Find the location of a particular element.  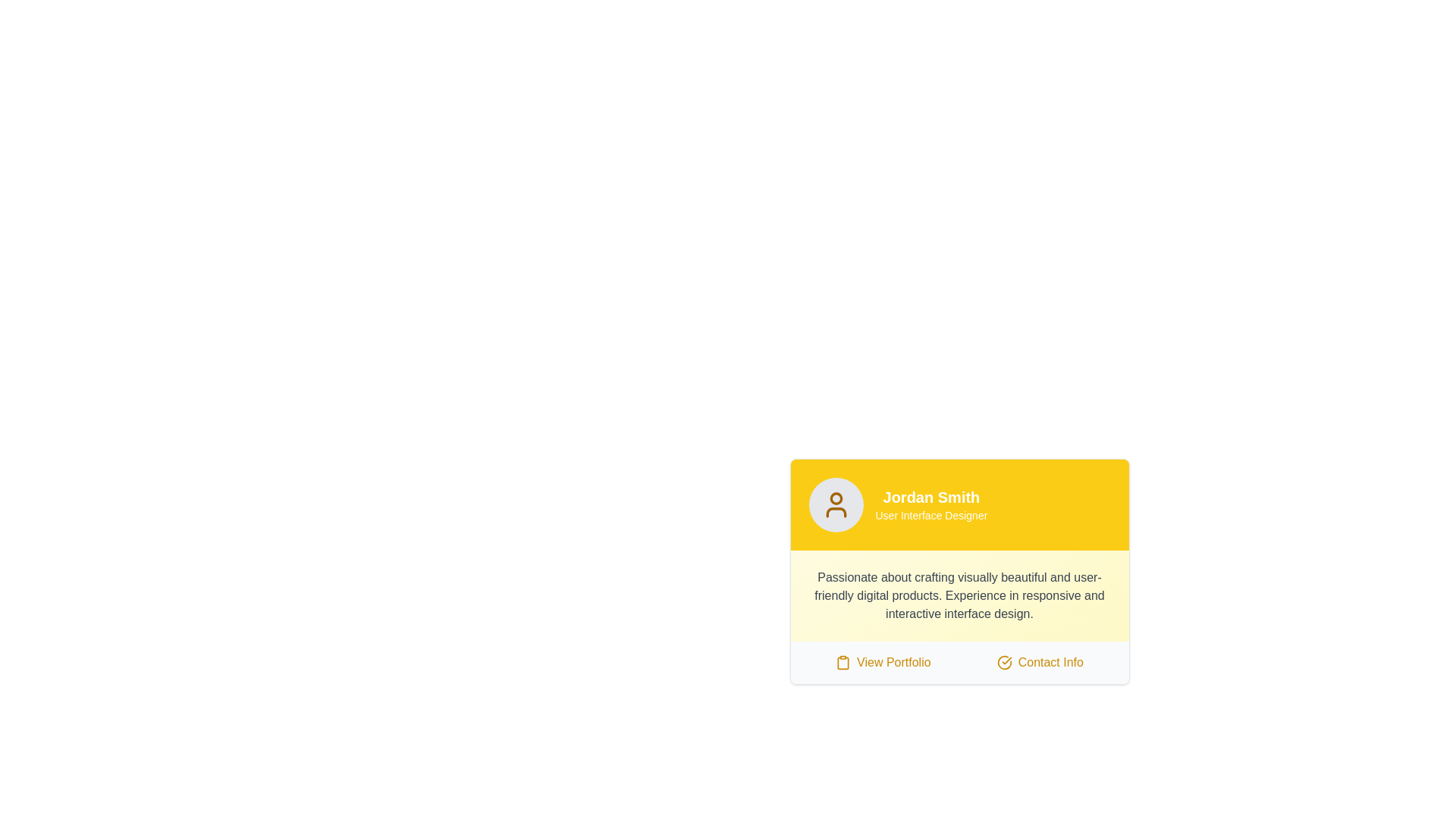

the styling of the user icon component located at the header section of the profile card, specifically targeting the lower arc of the icon is located at coordinates (835, 512).